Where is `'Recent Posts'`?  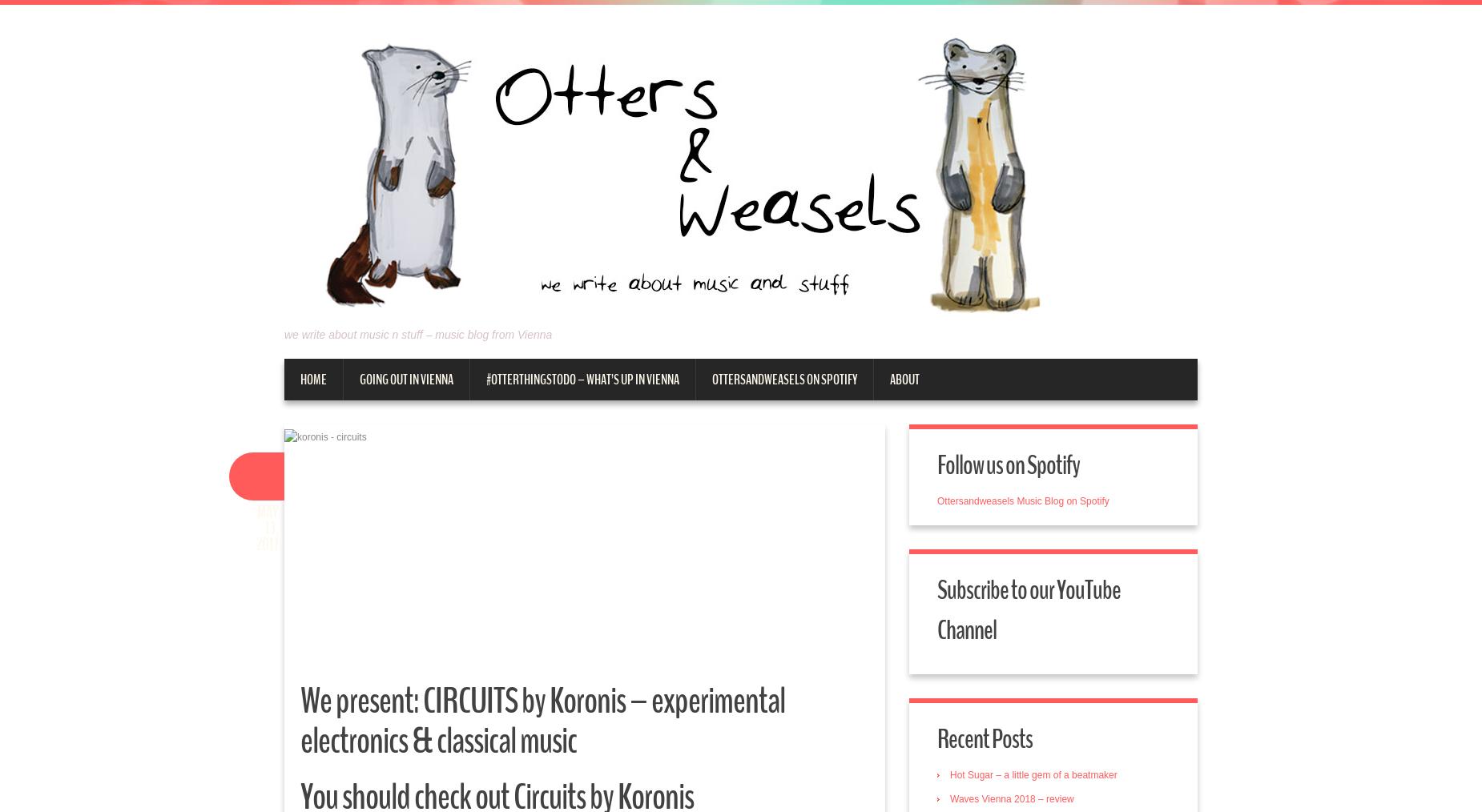
'Recent Posts' is located at coordinates (984, 738).